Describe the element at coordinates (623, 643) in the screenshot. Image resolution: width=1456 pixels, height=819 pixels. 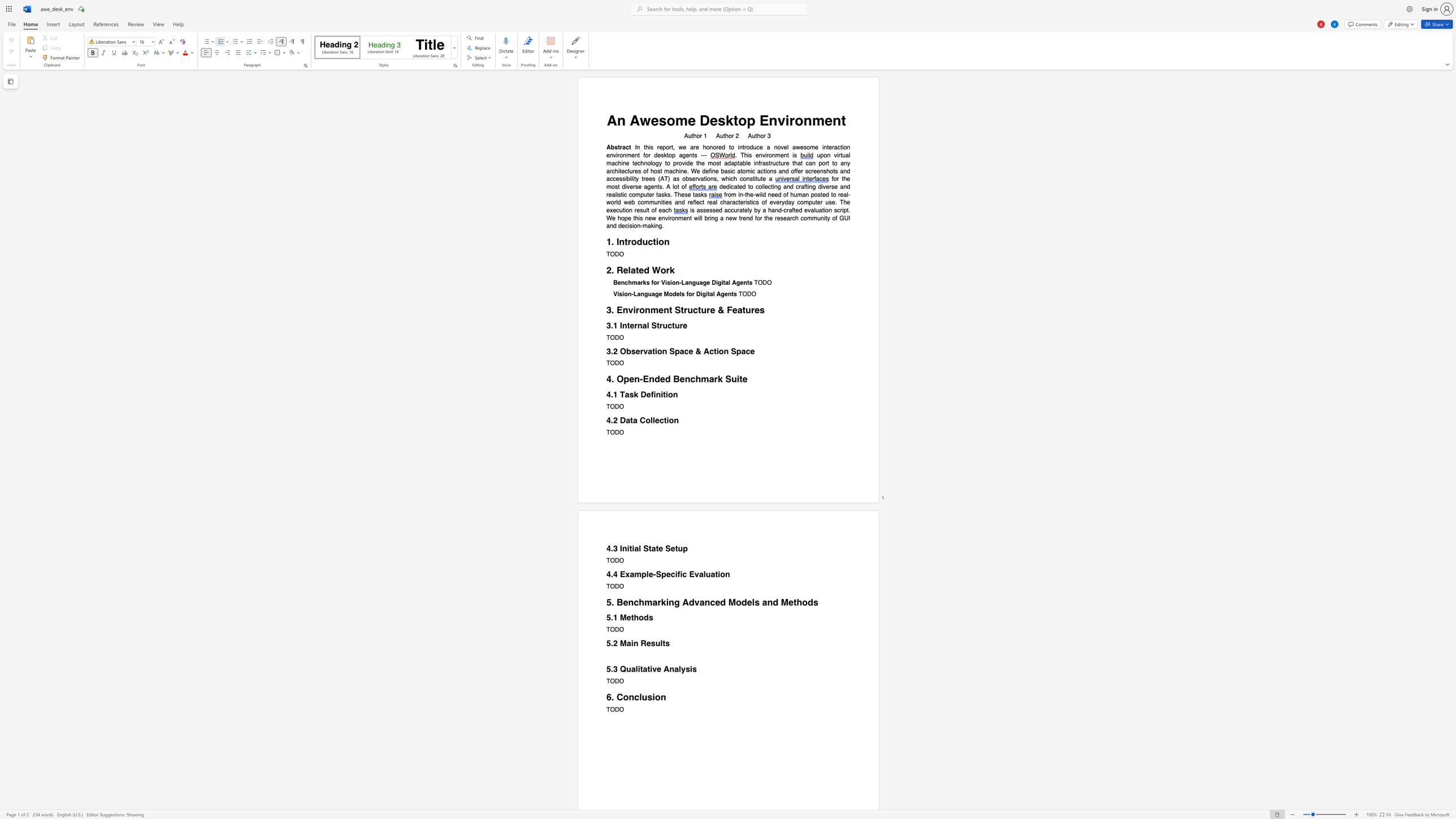
I see `the 1th character "M" in the text` at that location.